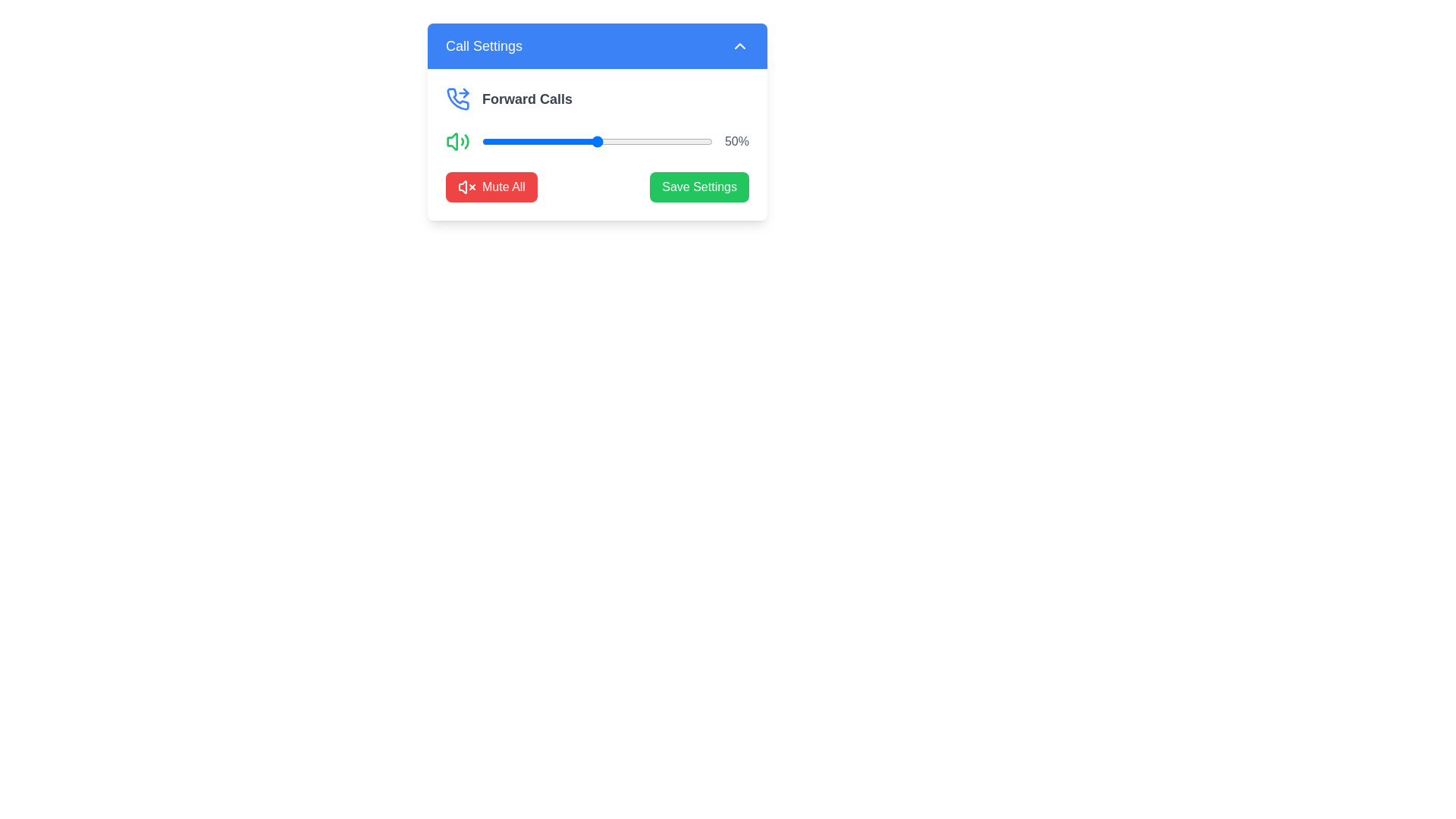 The width and height of the screenshot is (1456, 819). I want to click on the slider, so click(610, 141).